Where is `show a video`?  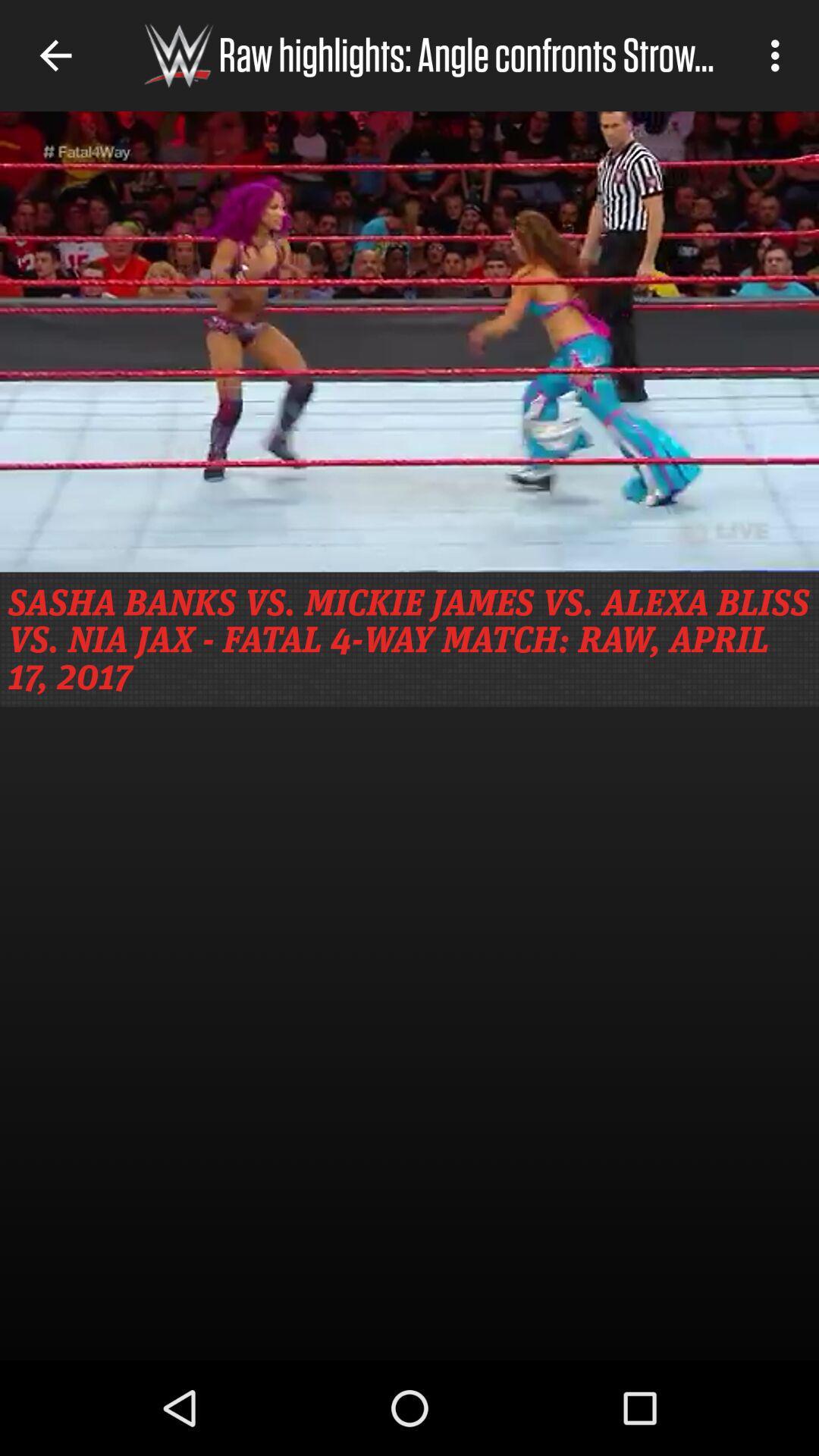
show a video is located at coordinates (409, 340).